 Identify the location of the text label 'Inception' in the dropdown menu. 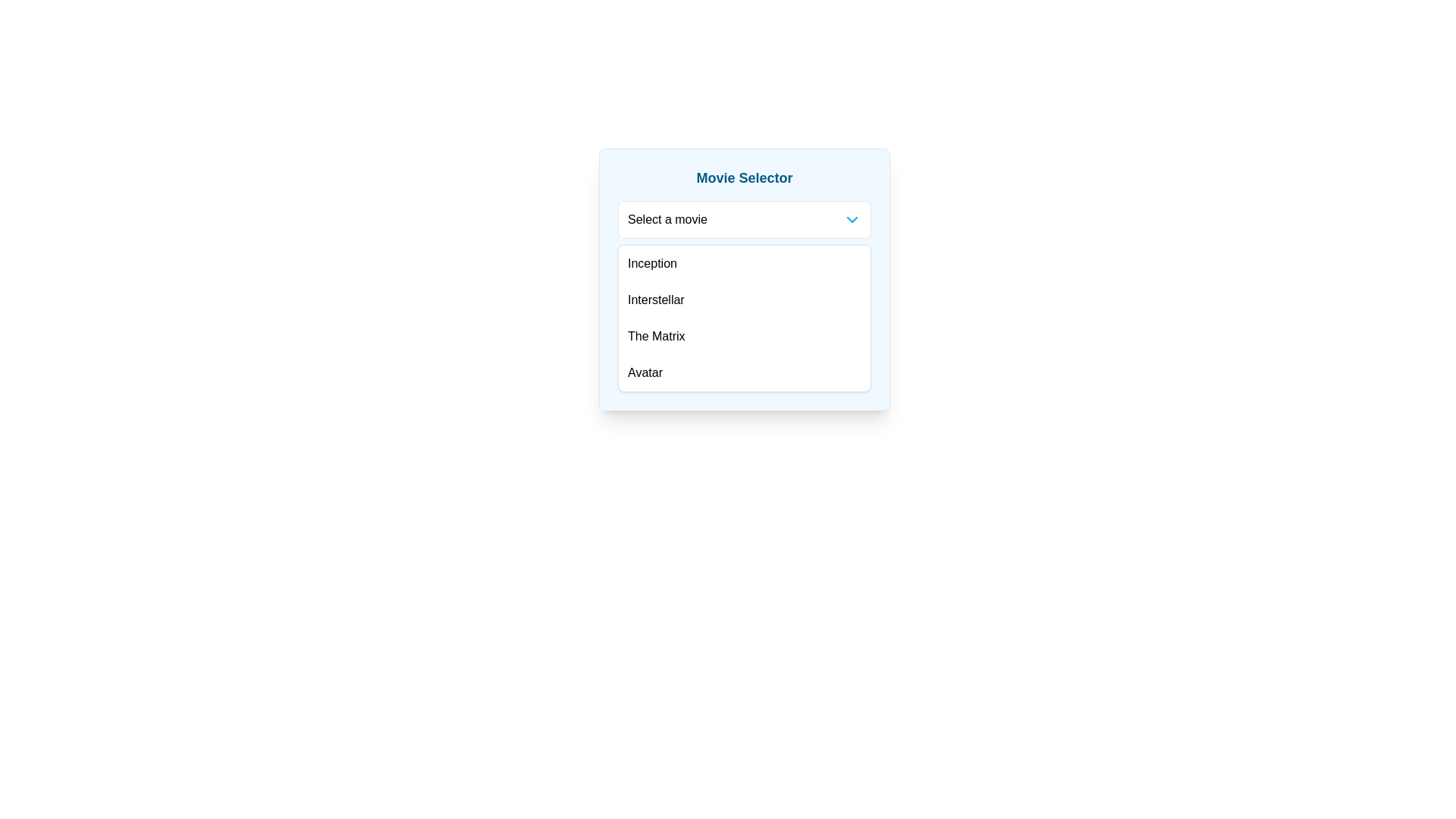
(652, 262).